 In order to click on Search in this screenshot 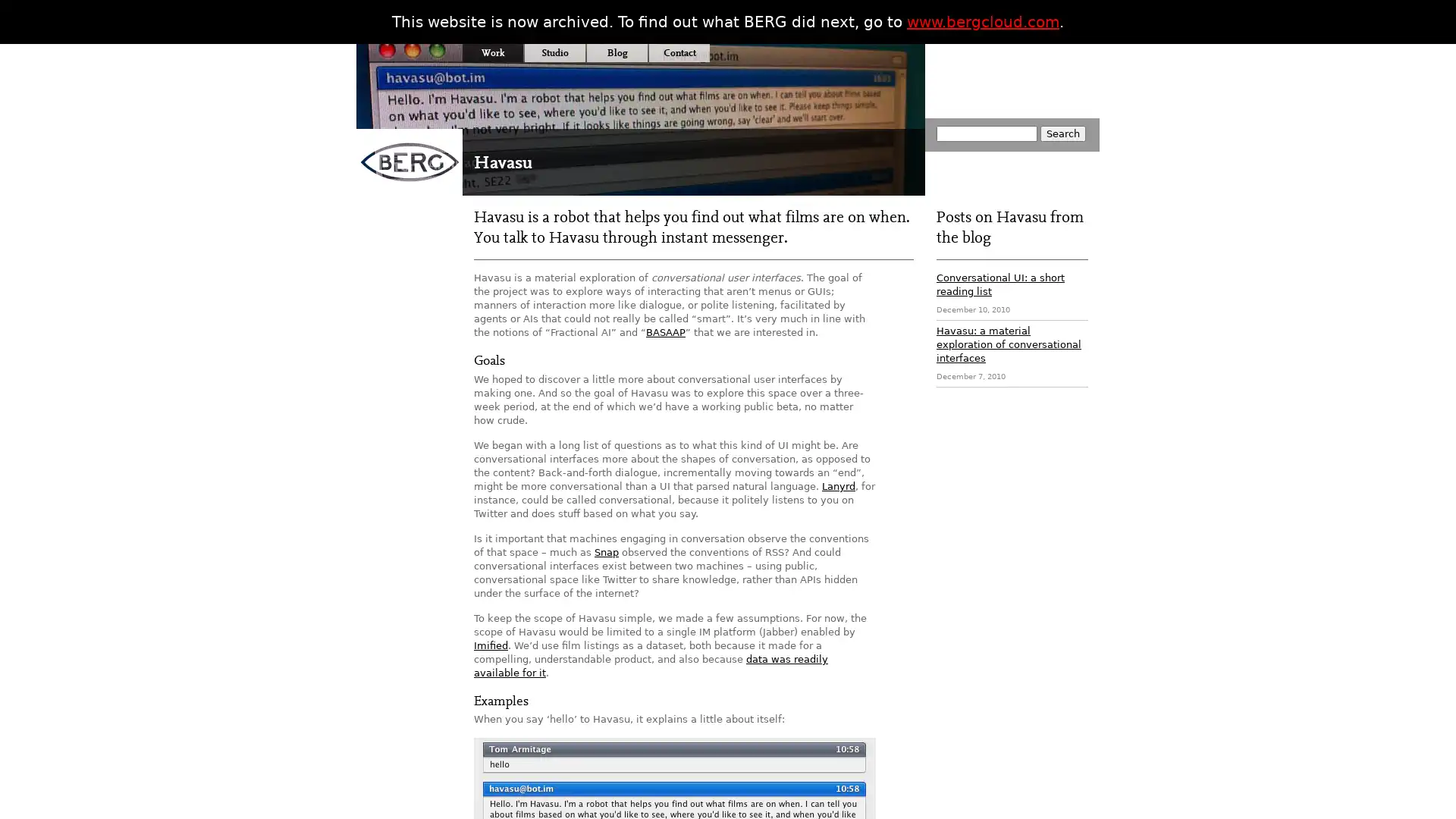, I will do `click(1062, 133)`.